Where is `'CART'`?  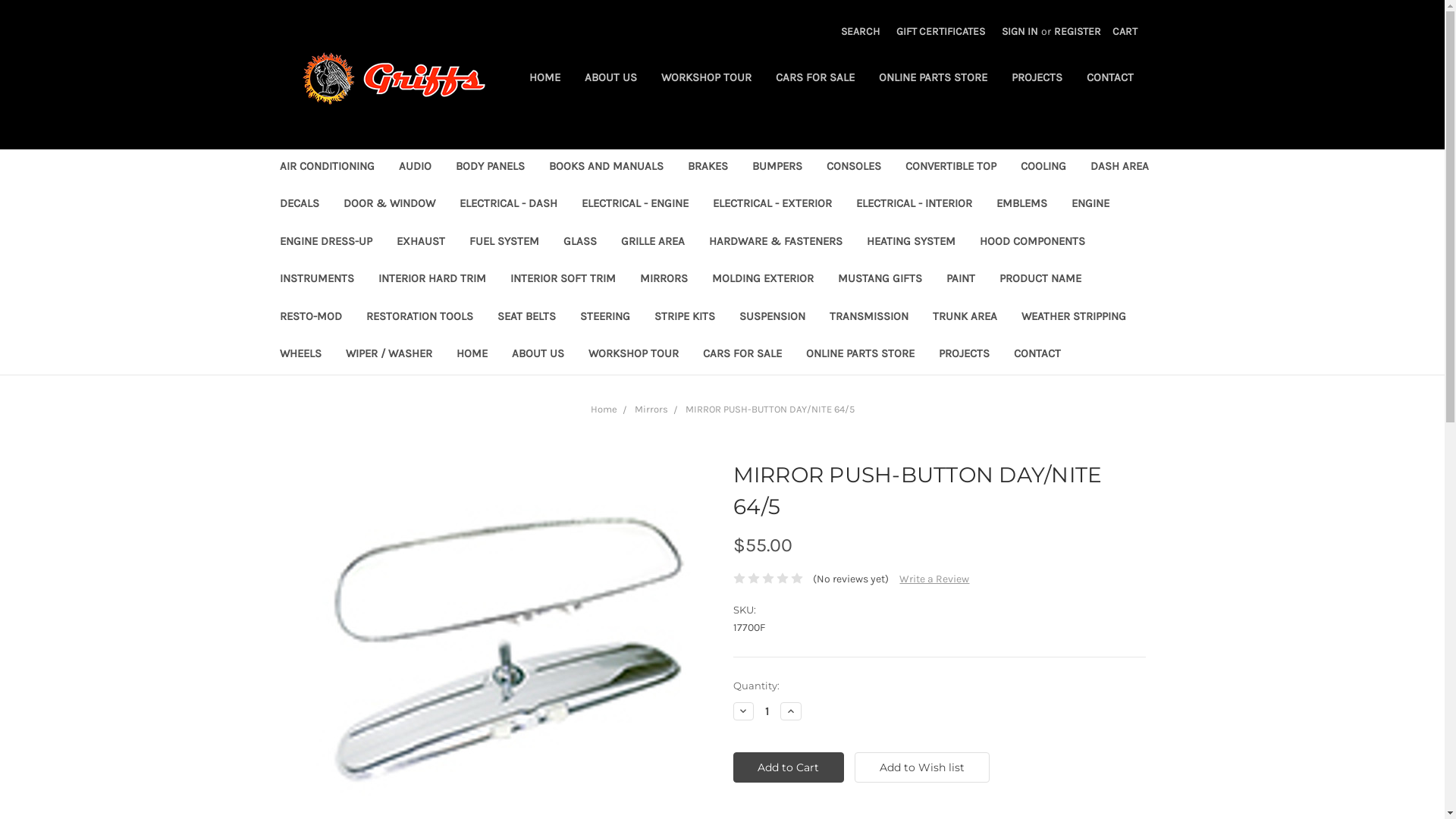 'CART' is located at coordinates (1125, 31).